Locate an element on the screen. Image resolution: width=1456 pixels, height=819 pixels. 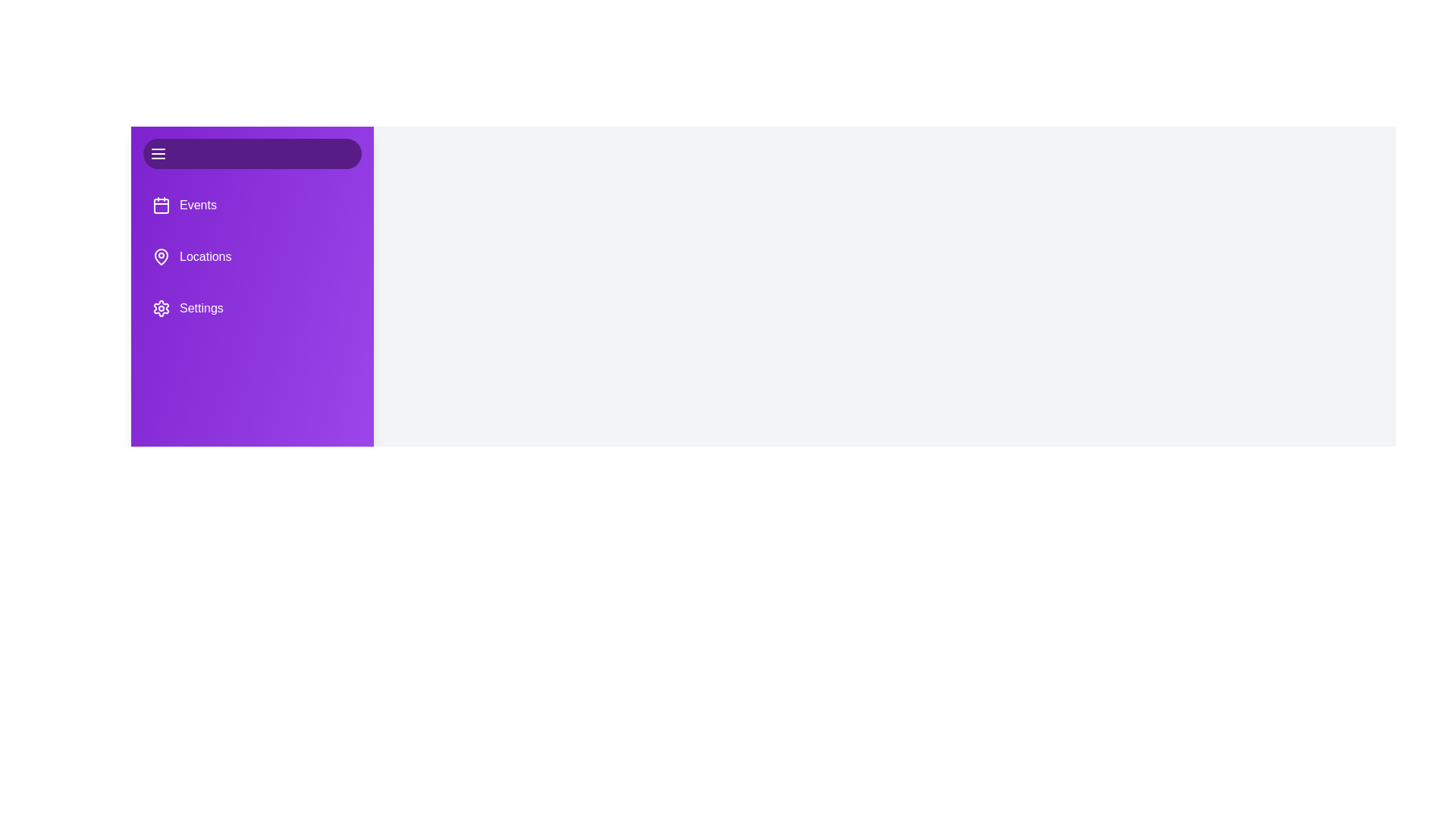
the menu item labeled Events to select it is located at coordinates (252, 205).